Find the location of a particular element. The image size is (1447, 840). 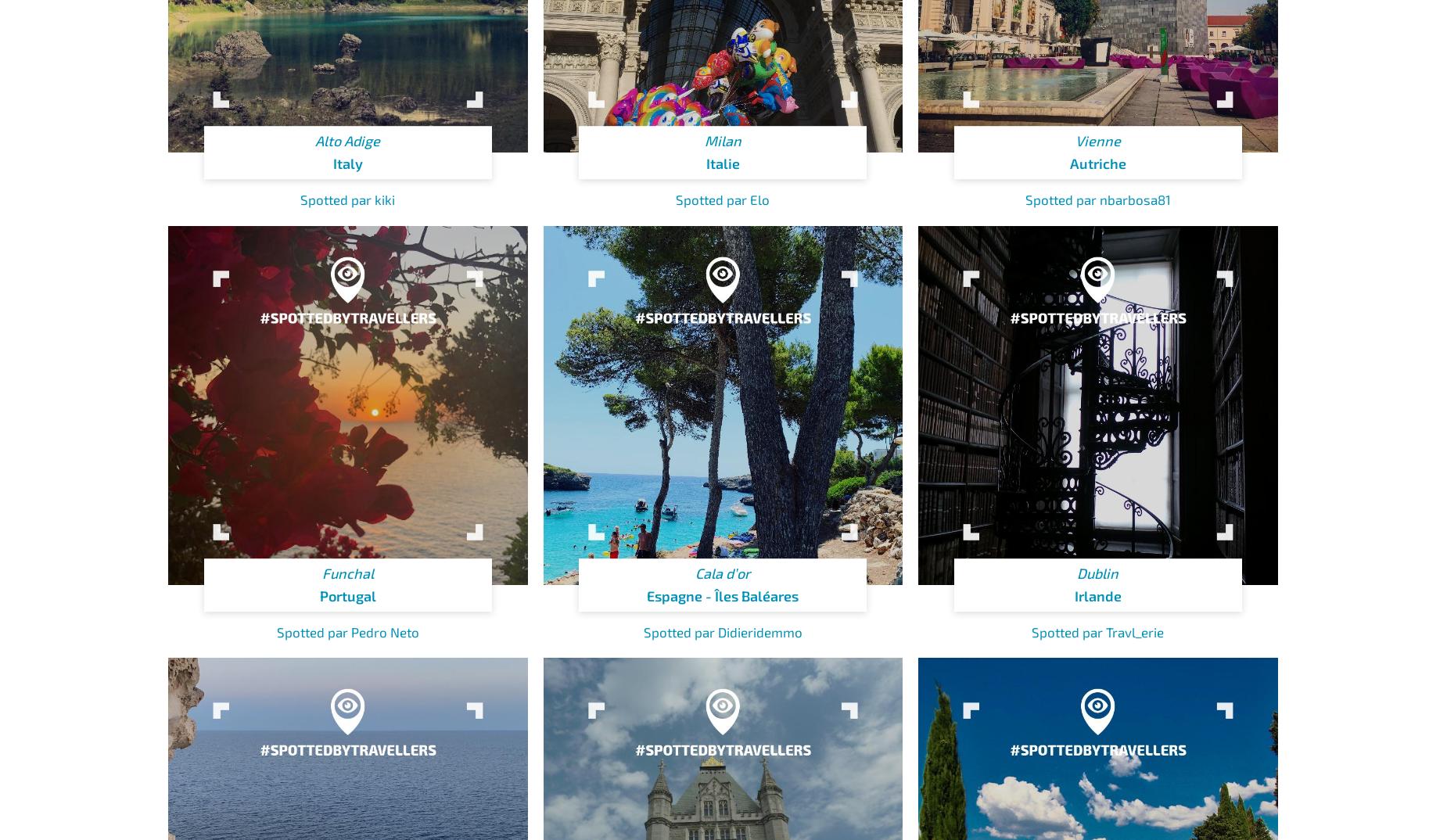

'Cala d’or' is located at coordinates (723, 573).